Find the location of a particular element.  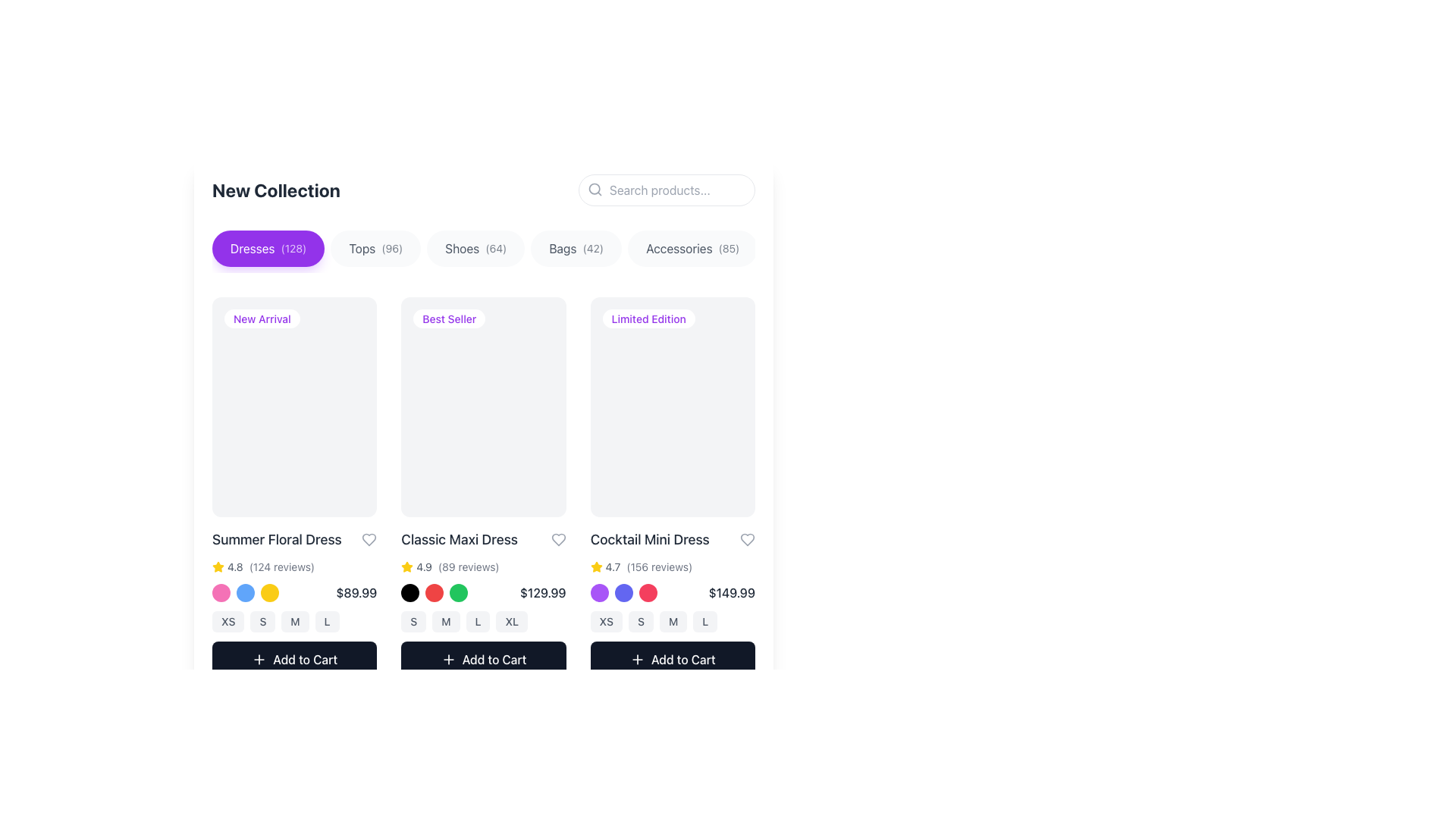

the second circular color selection button is located at coordinates (246, 591).